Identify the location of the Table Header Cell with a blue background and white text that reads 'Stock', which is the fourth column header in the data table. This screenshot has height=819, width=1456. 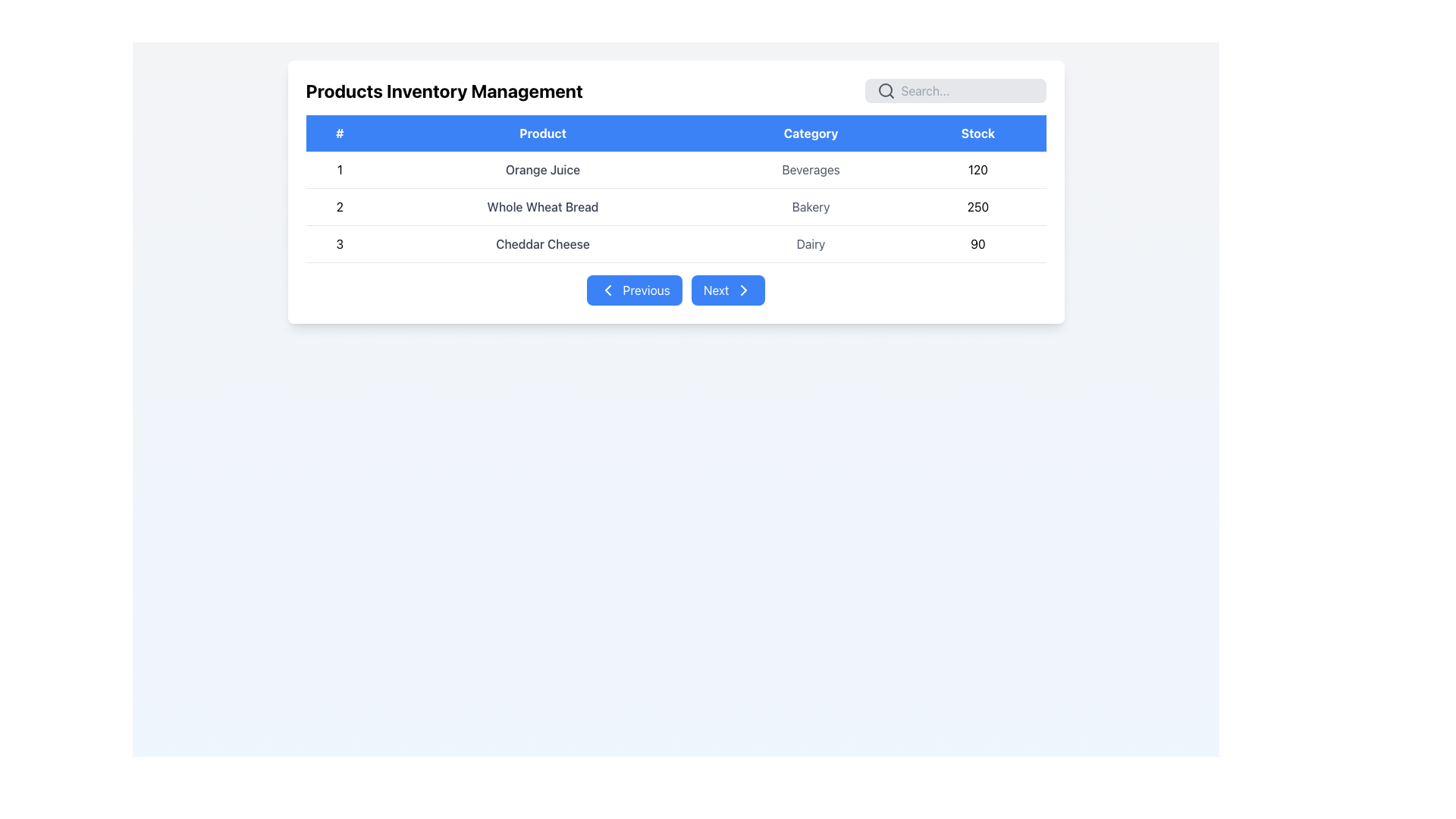
(977, 133).